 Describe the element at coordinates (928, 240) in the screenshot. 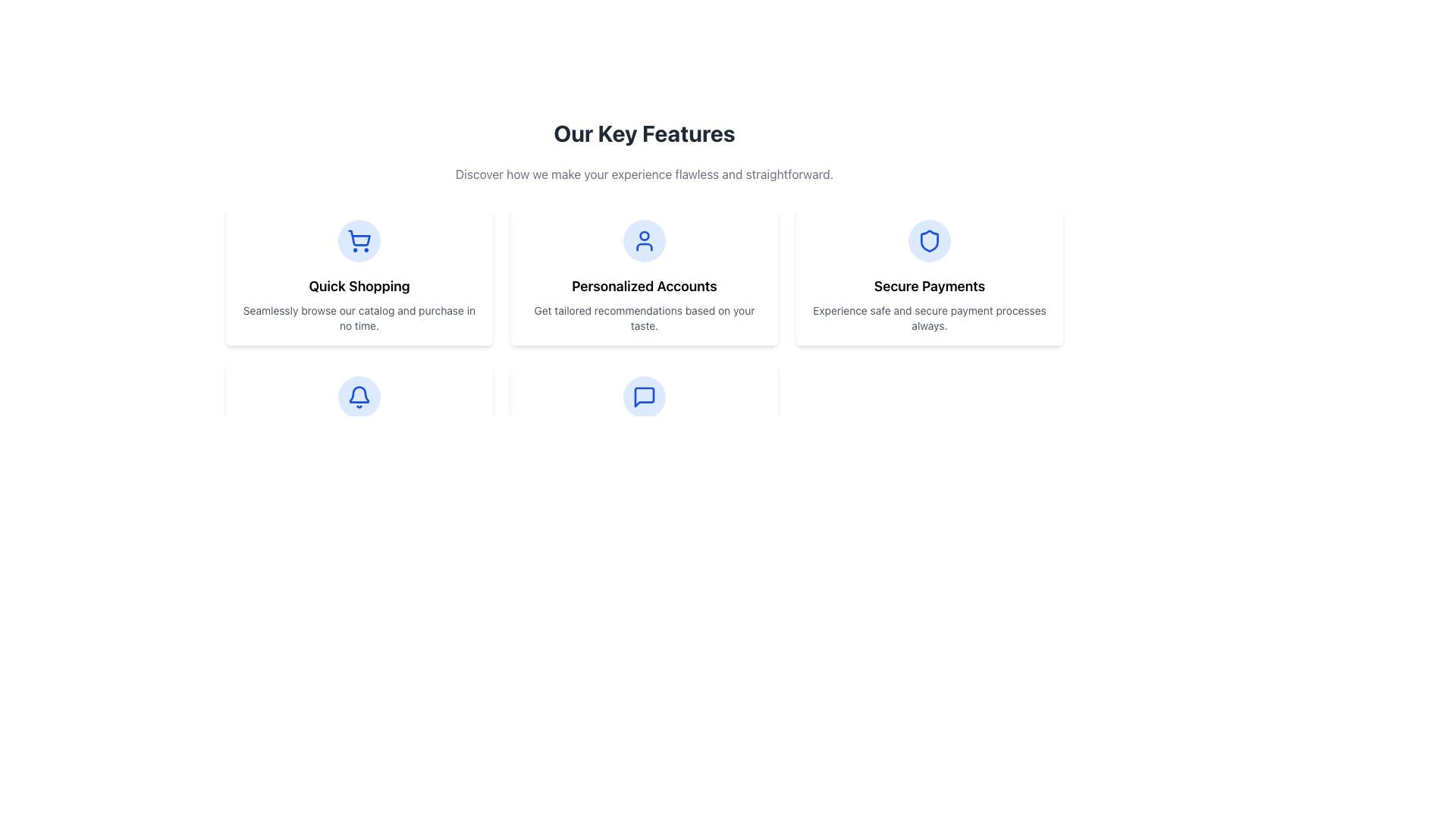

I see `the shield-shaped icon outlined in blue, located at the top-center of the 'Secure Payments' feature card` at that location.